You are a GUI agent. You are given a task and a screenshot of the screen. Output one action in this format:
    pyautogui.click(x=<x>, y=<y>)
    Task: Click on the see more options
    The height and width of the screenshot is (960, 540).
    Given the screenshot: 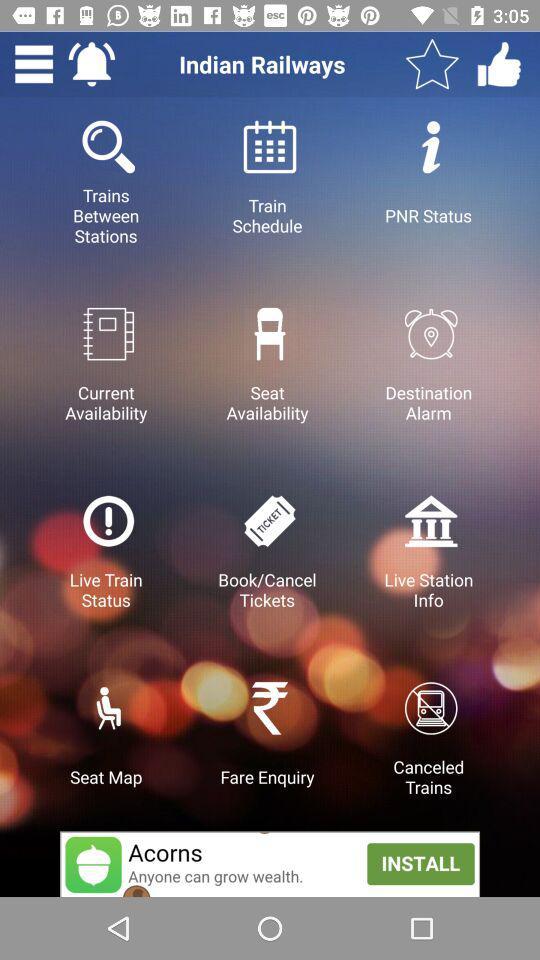 What is the action you would take?
    pyautogui.click(x=33, y=64)
    